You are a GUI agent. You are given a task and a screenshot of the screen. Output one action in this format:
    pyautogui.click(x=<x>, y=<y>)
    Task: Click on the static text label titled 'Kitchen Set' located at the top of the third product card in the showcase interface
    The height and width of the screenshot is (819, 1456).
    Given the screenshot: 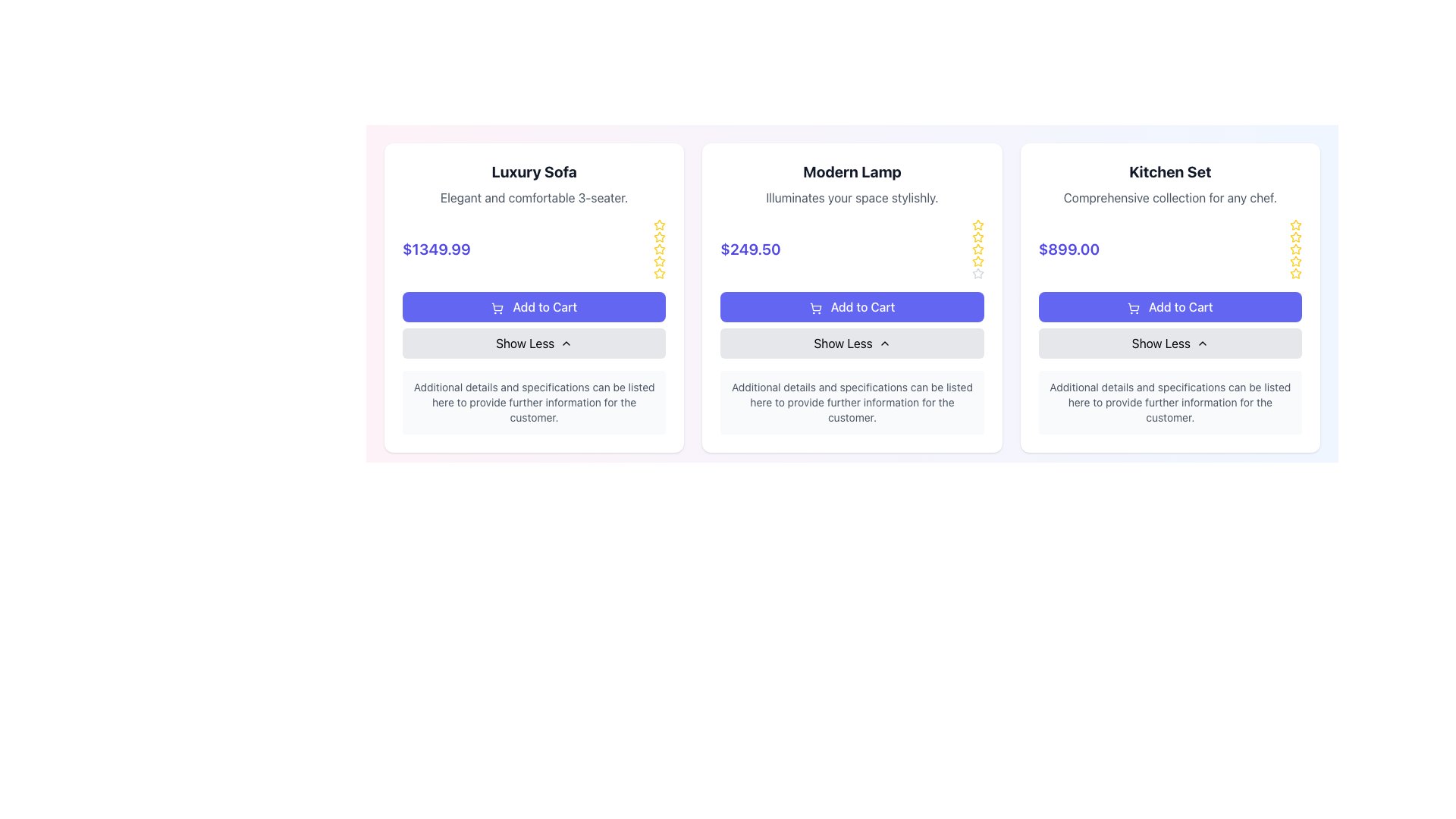 What is the action you would take?
    pyautogui.click(x=1169, y=171)
    